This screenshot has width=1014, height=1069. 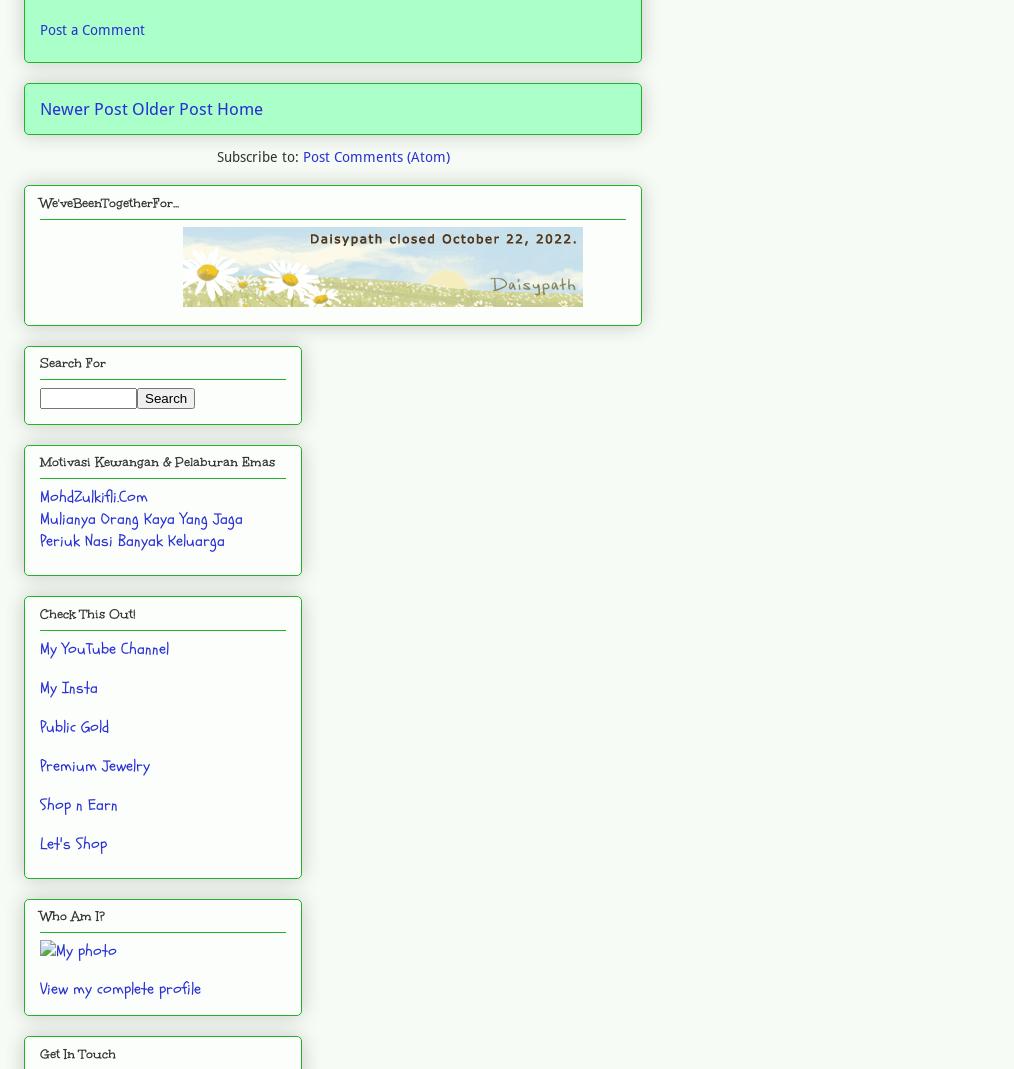 What do you see at coordinates (374, 157) in the screenshot?
I see `'Post Comments (Atom)'` at bounding box center [374, 157].